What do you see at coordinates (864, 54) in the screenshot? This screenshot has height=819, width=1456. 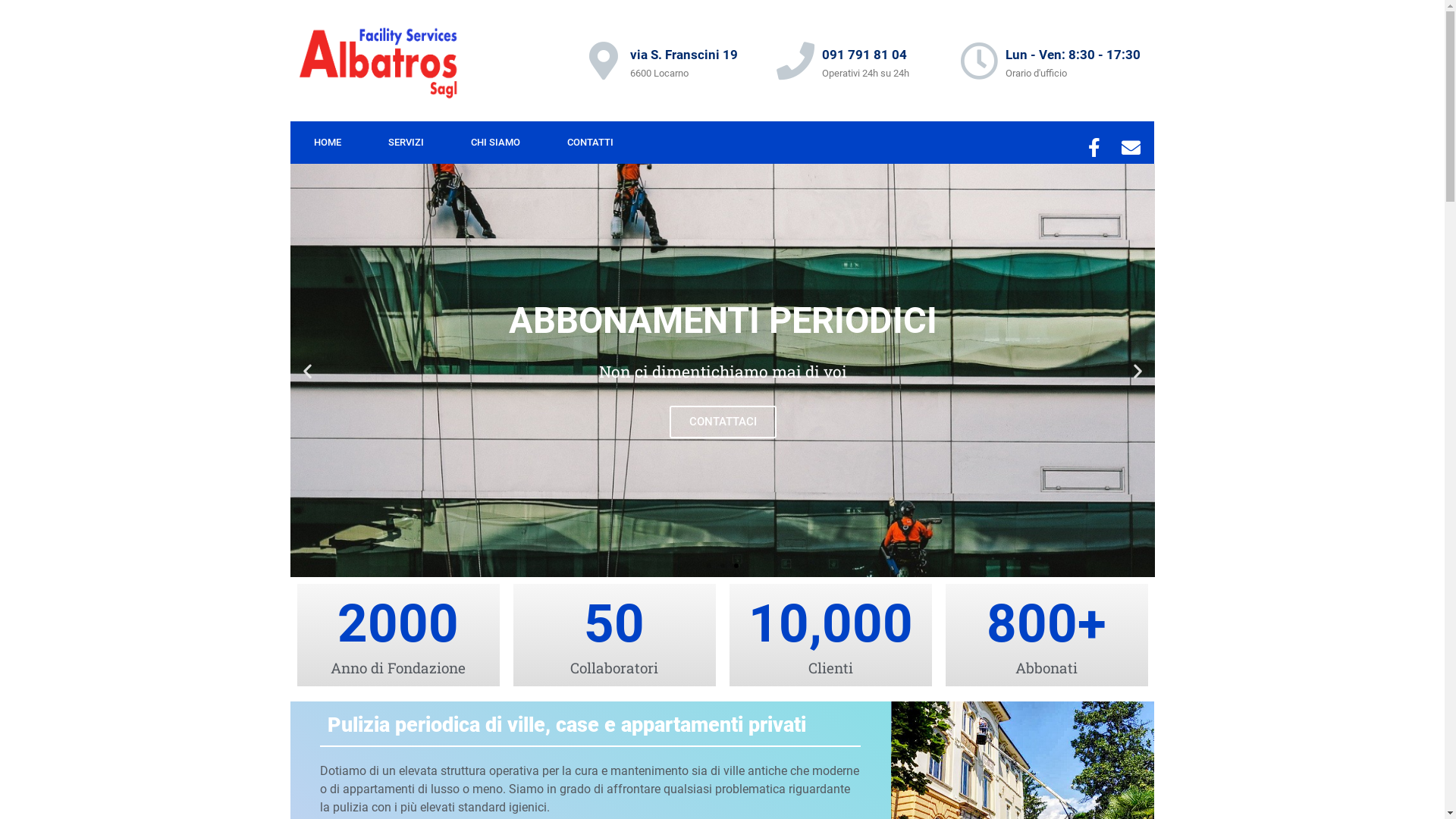 I see `'091 791 81 04'` at bounding box center [864, 54].